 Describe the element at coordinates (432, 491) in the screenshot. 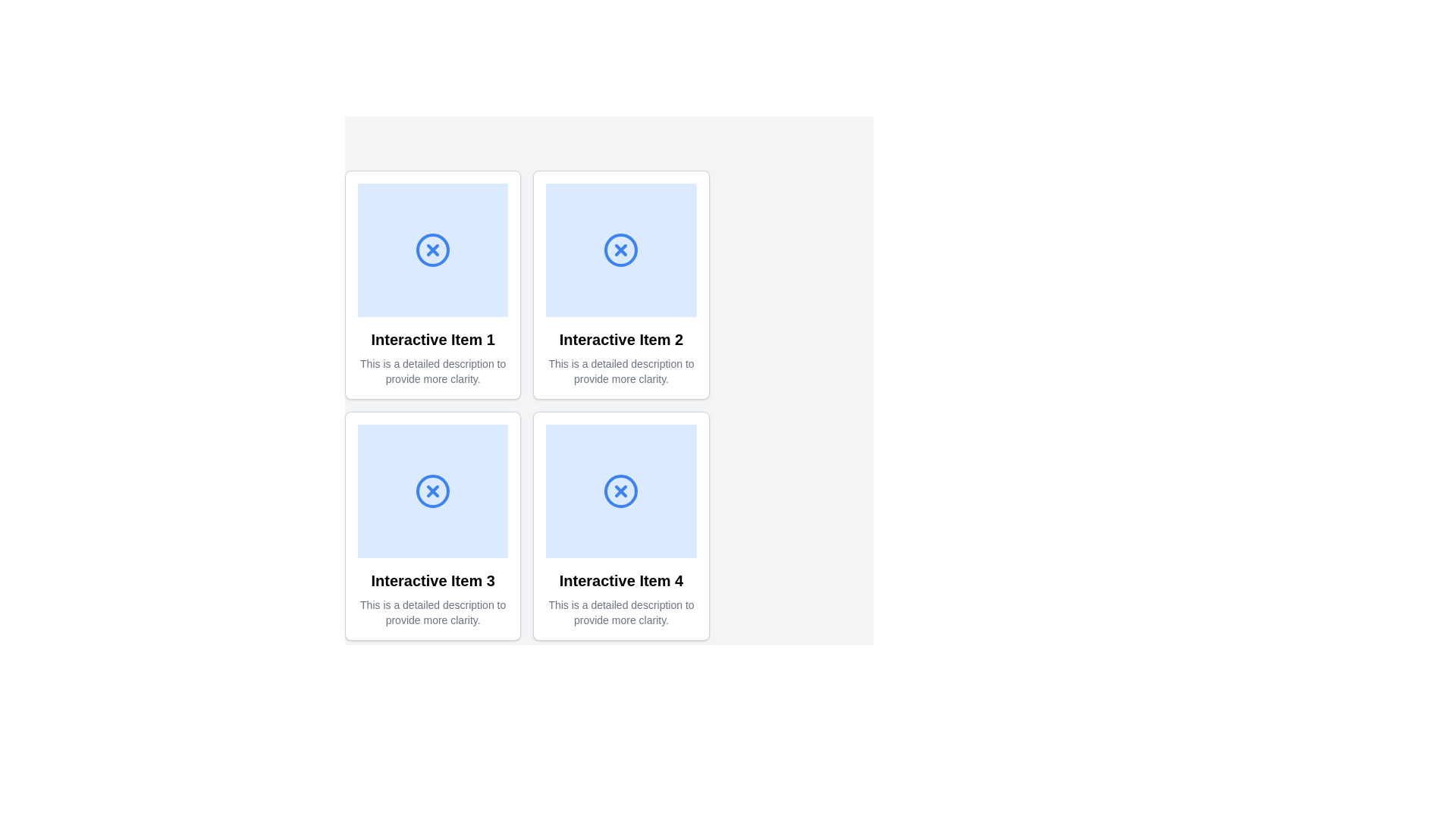

I see `the Vector graphic close icon, which is a blue cross inside a circle on a light blue square panel in the bottom-left corner of the interface` at that location.